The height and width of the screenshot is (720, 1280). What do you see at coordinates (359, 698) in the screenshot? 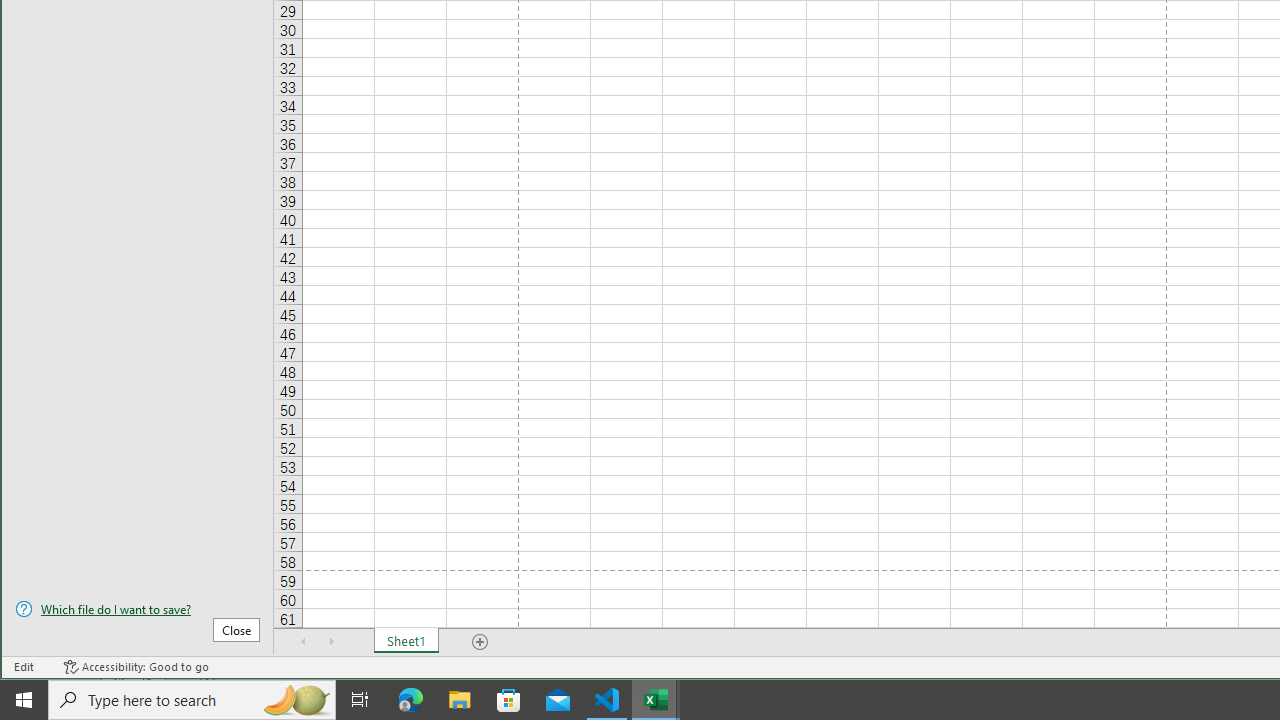
I see `'Task View'` at bounding box center [359, 698].